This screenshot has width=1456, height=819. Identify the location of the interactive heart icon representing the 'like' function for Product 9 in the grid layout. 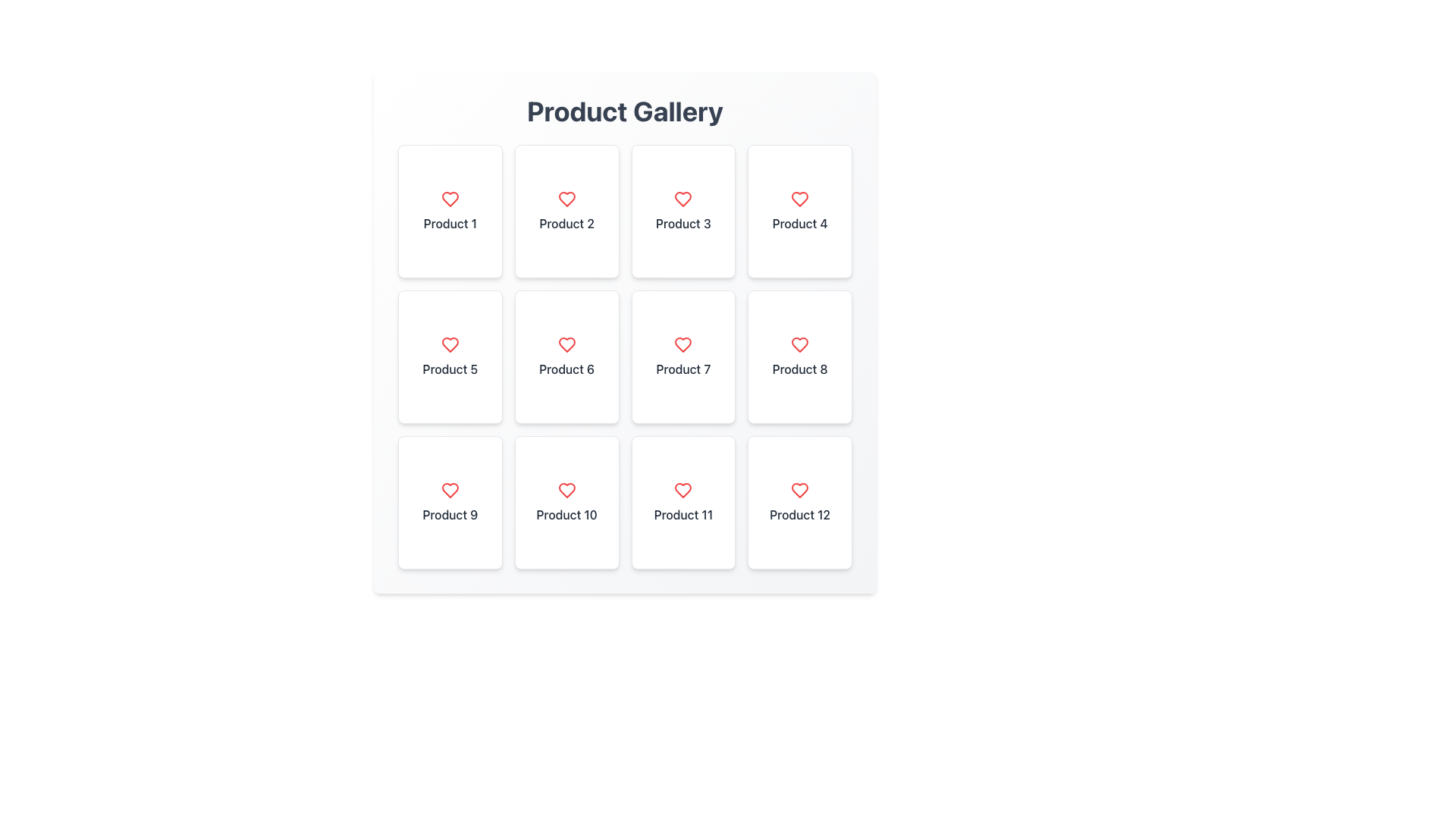
(449, 491).